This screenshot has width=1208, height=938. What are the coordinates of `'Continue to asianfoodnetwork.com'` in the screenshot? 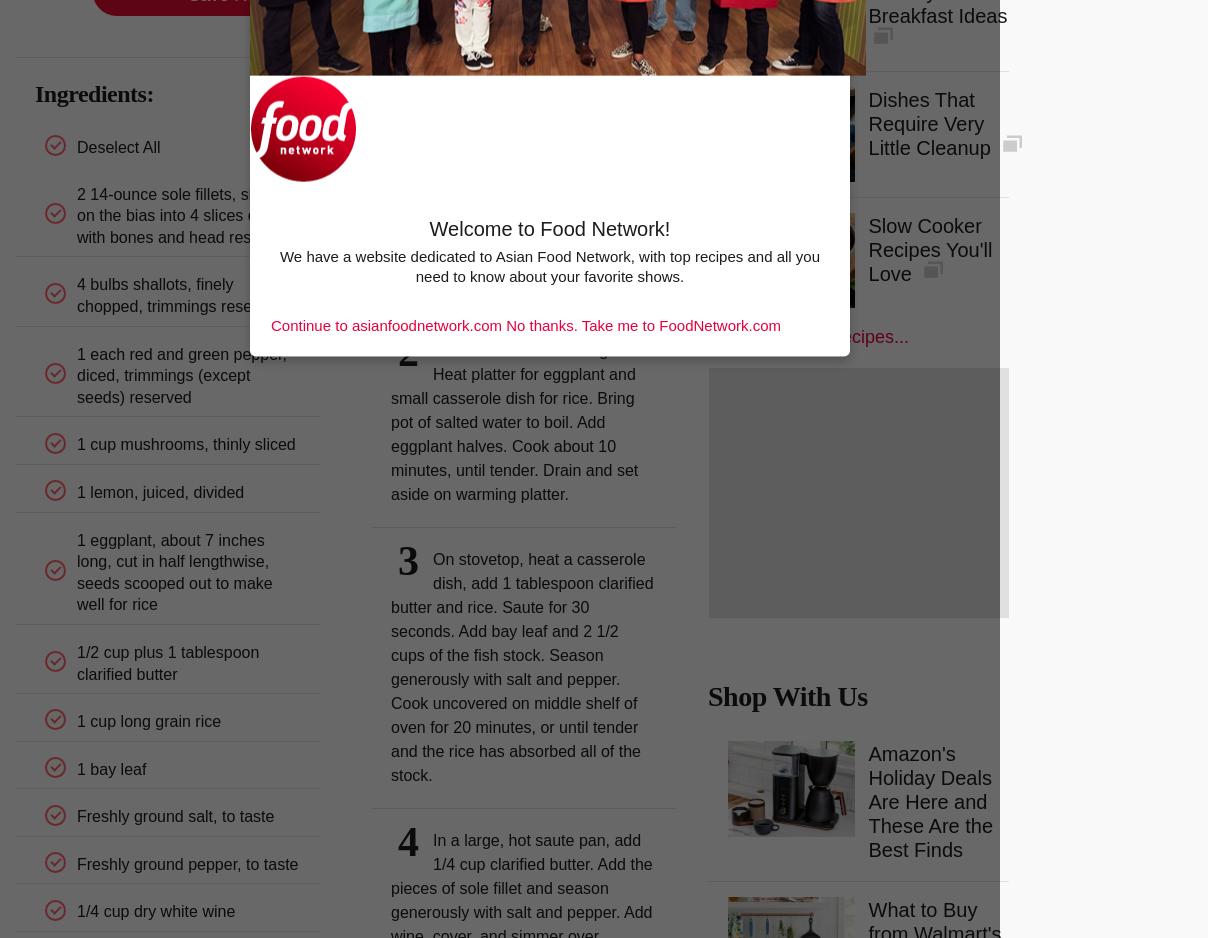 It's located at (270, 323).